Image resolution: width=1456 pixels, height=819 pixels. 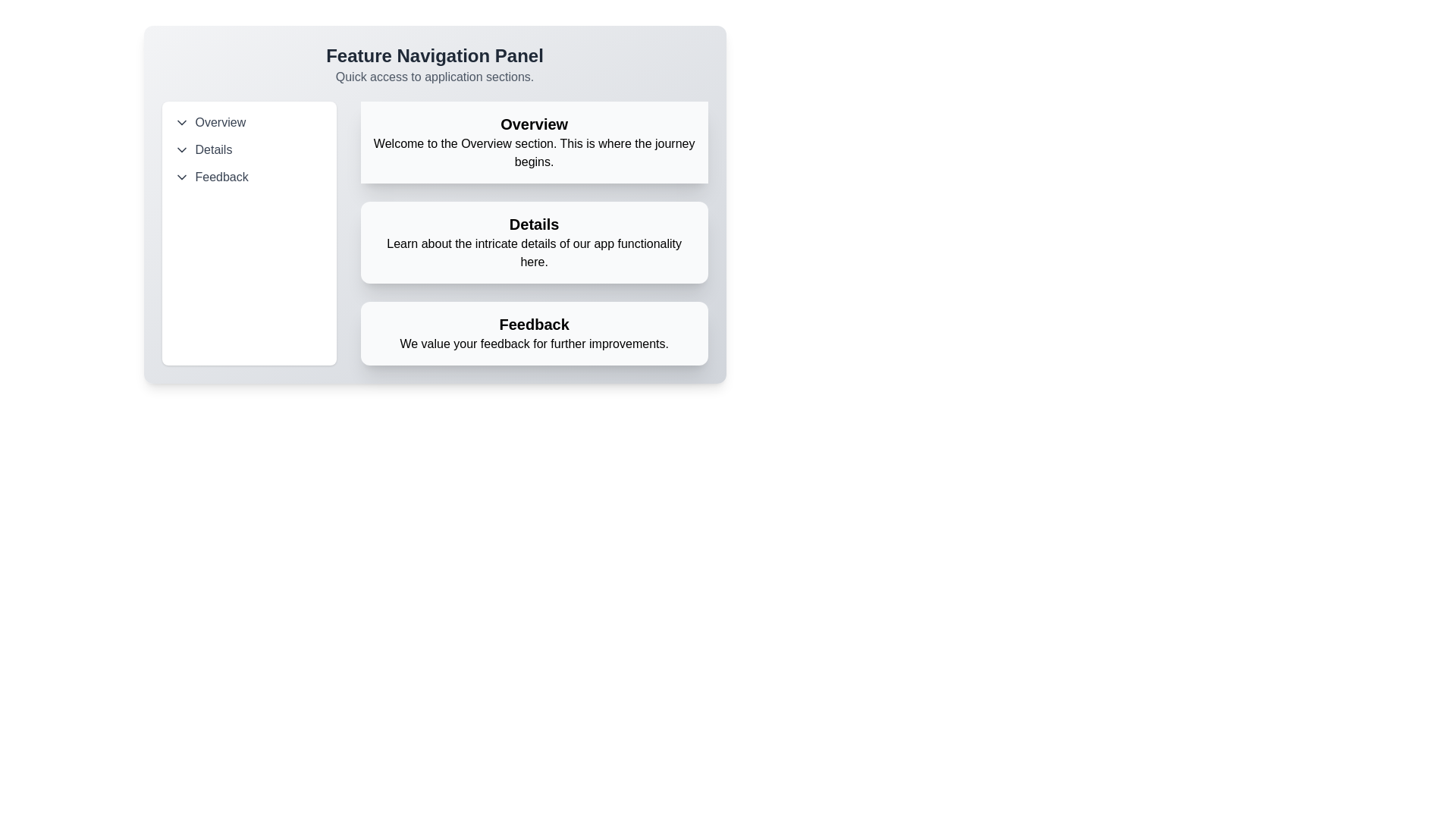 What do you see at coordinates (181, 177) in the screenshot?
I see `the Chevron indicator for the 'Feedback' section` at bounding box center [181, 177].